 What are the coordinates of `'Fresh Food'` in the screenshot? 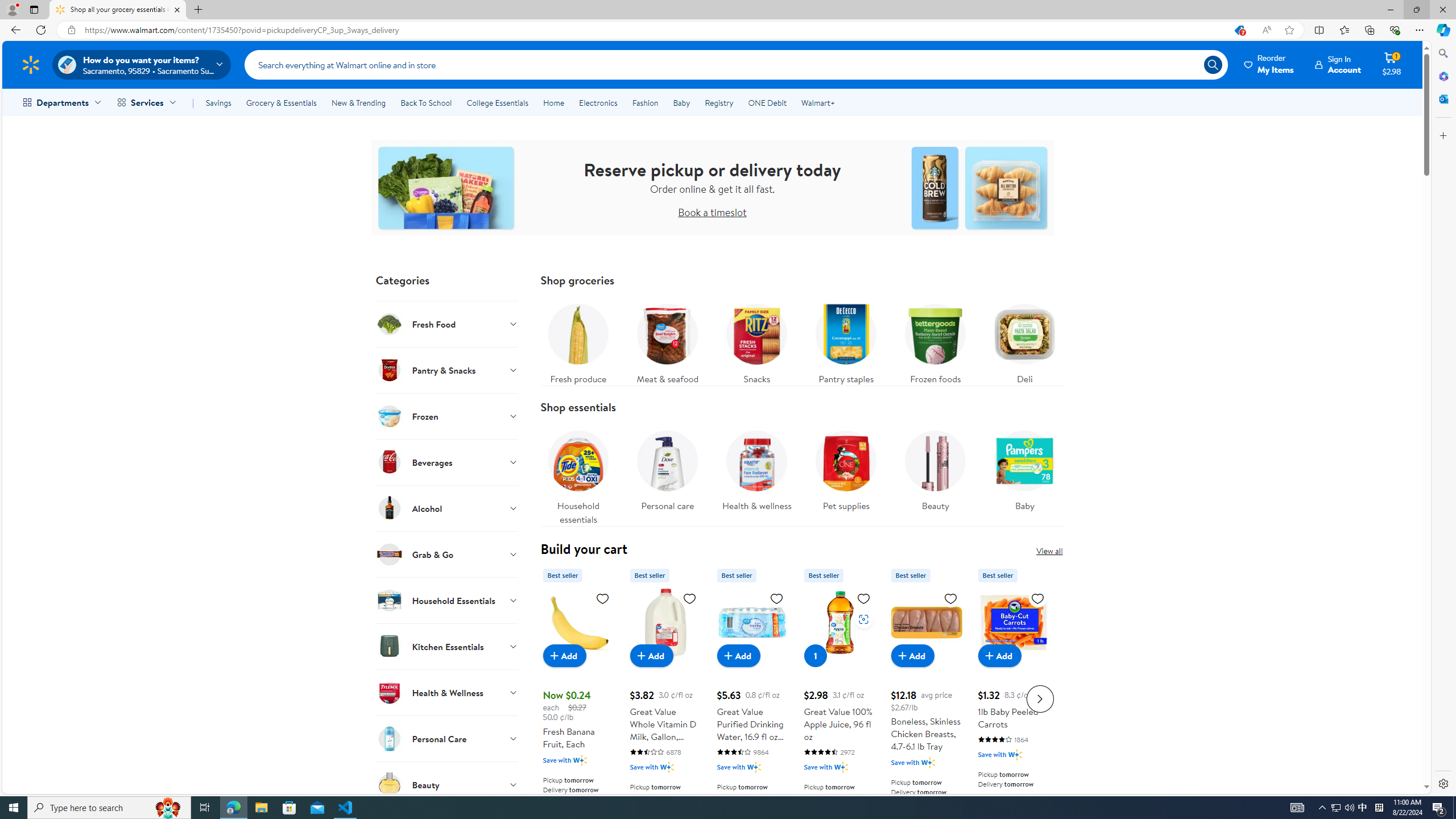 It's located at (446, 323).